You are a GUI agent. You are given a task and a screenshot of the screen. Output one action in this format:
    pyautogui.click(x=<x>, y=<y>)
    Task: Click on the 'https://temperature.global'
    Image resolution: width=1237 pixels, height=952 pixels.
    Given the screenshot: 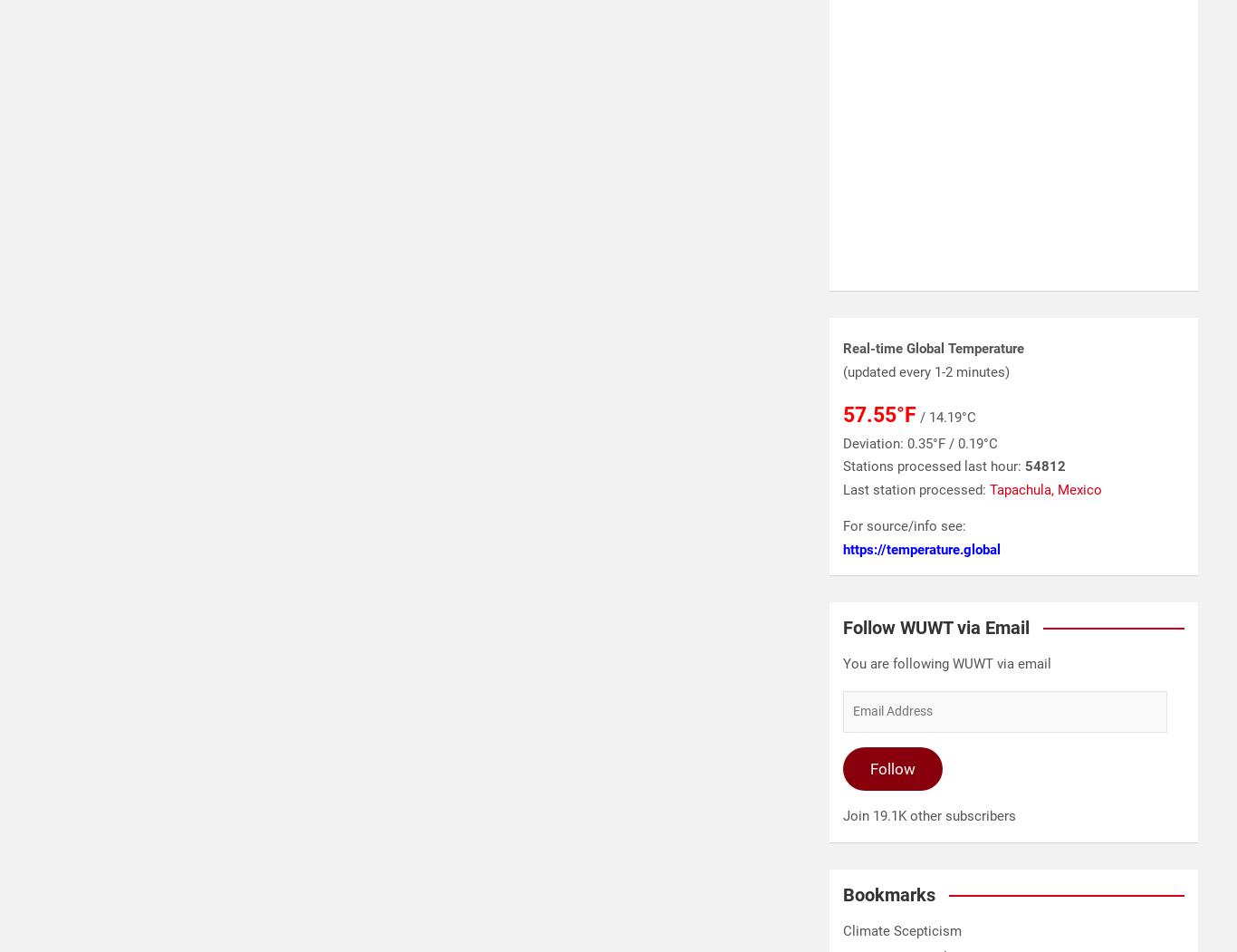 What is the action you would take?
    pyautogui.click(x=921, y=549)
    